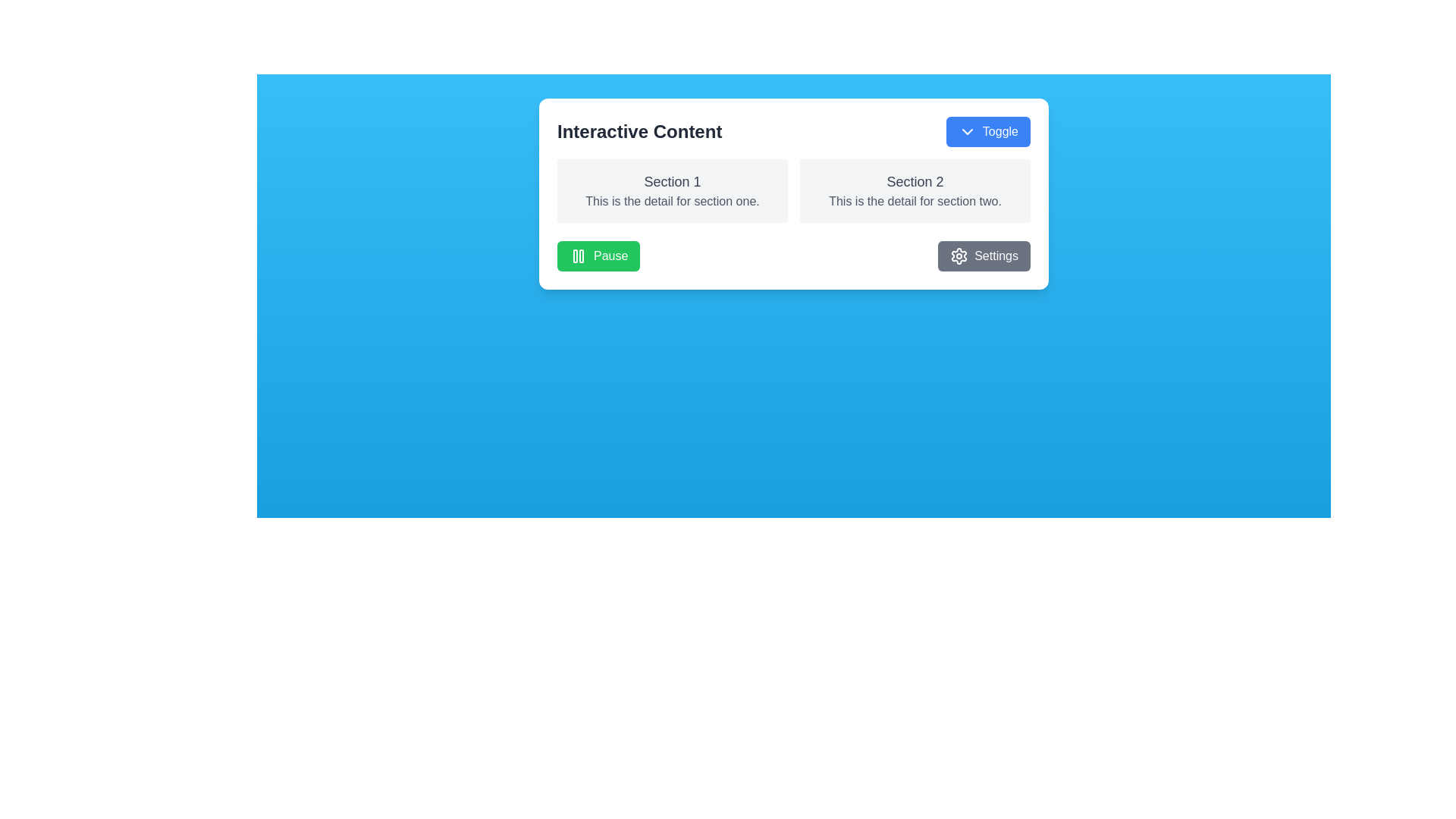  What do you see at coordinates (578, 256) in the screenshot?
I see `the 'Pause' button by clicking on the pause icon located on the left side of the green button that has 'Pause' text to its right` at bounding box center [578, 256].